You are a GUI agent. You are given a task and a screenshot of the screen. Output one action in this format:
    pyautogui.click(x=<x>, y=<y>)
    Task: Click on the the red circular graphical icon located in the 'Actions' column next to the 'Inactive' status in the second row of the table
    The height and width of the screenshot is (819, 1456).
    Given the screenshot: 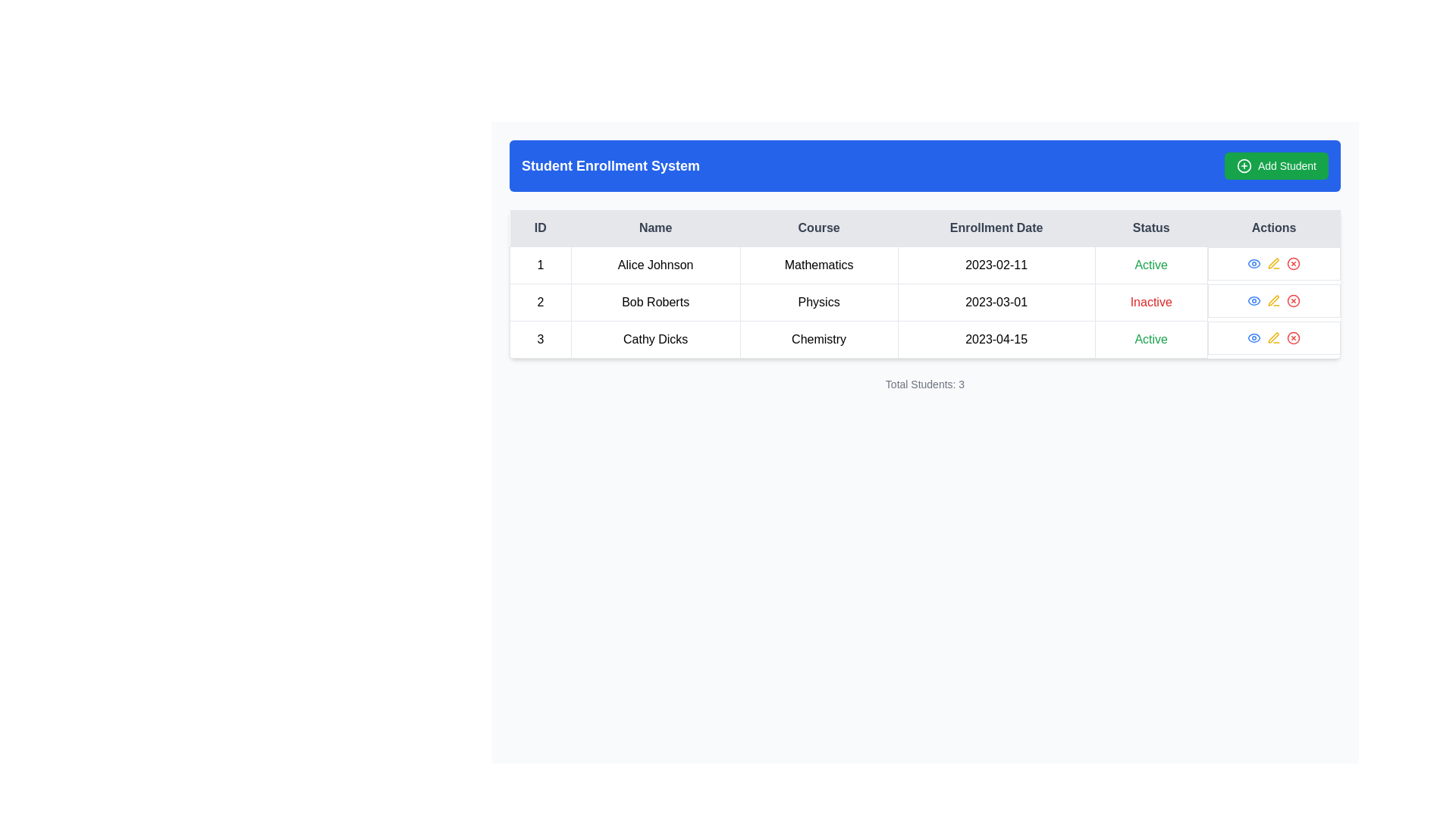 What is the action you would take?
    pyautogui.click(x=1293, y=300)
    